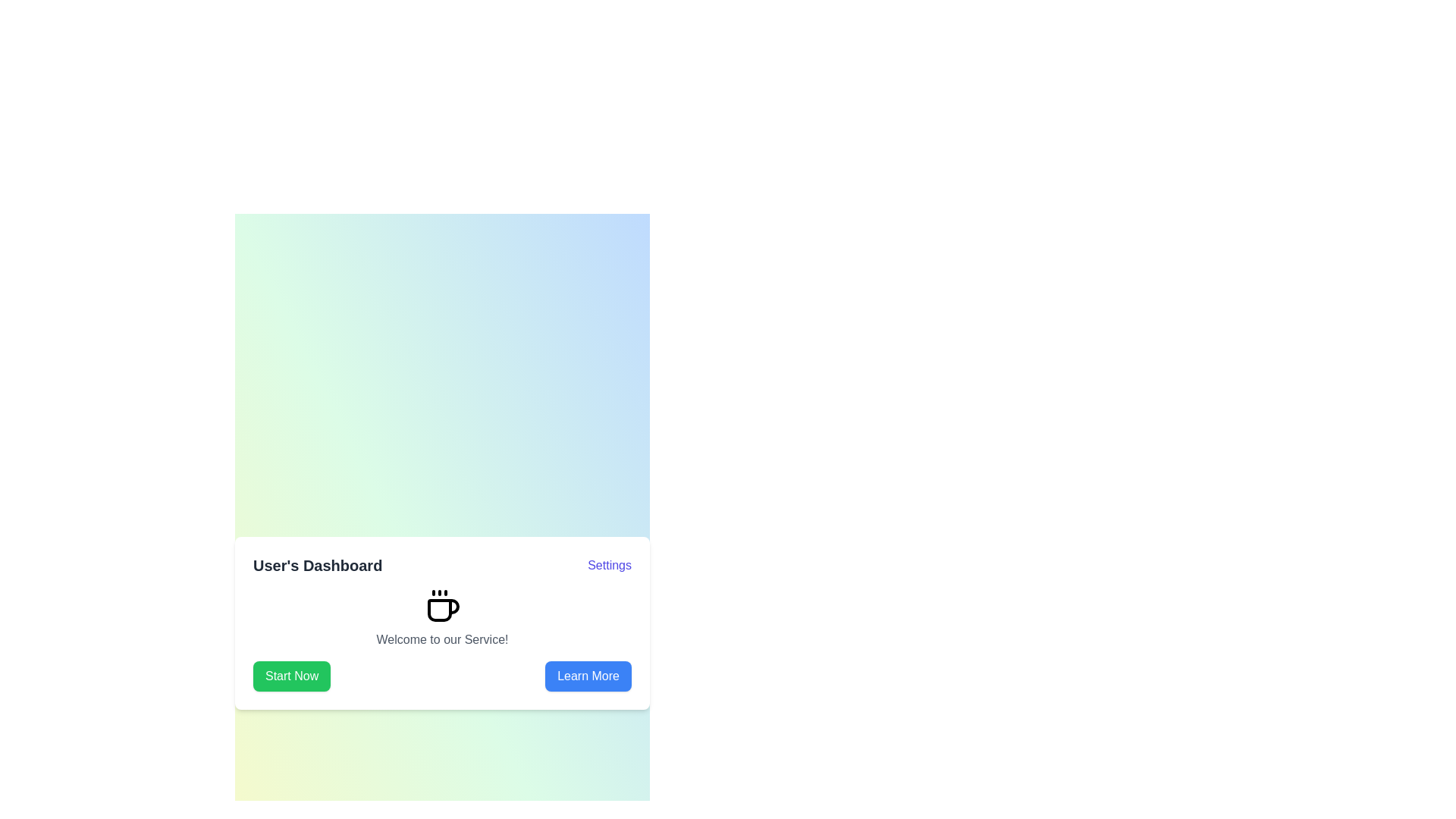 The image size is (1456, 819). I want to click on the base of the coffee cup icon, which is part of the decorative SVG graphic located in the center of the card interface, positioned below the 'User's Dashboard' text and above the 'Welcome to our Service!' label, so click(442, 610).